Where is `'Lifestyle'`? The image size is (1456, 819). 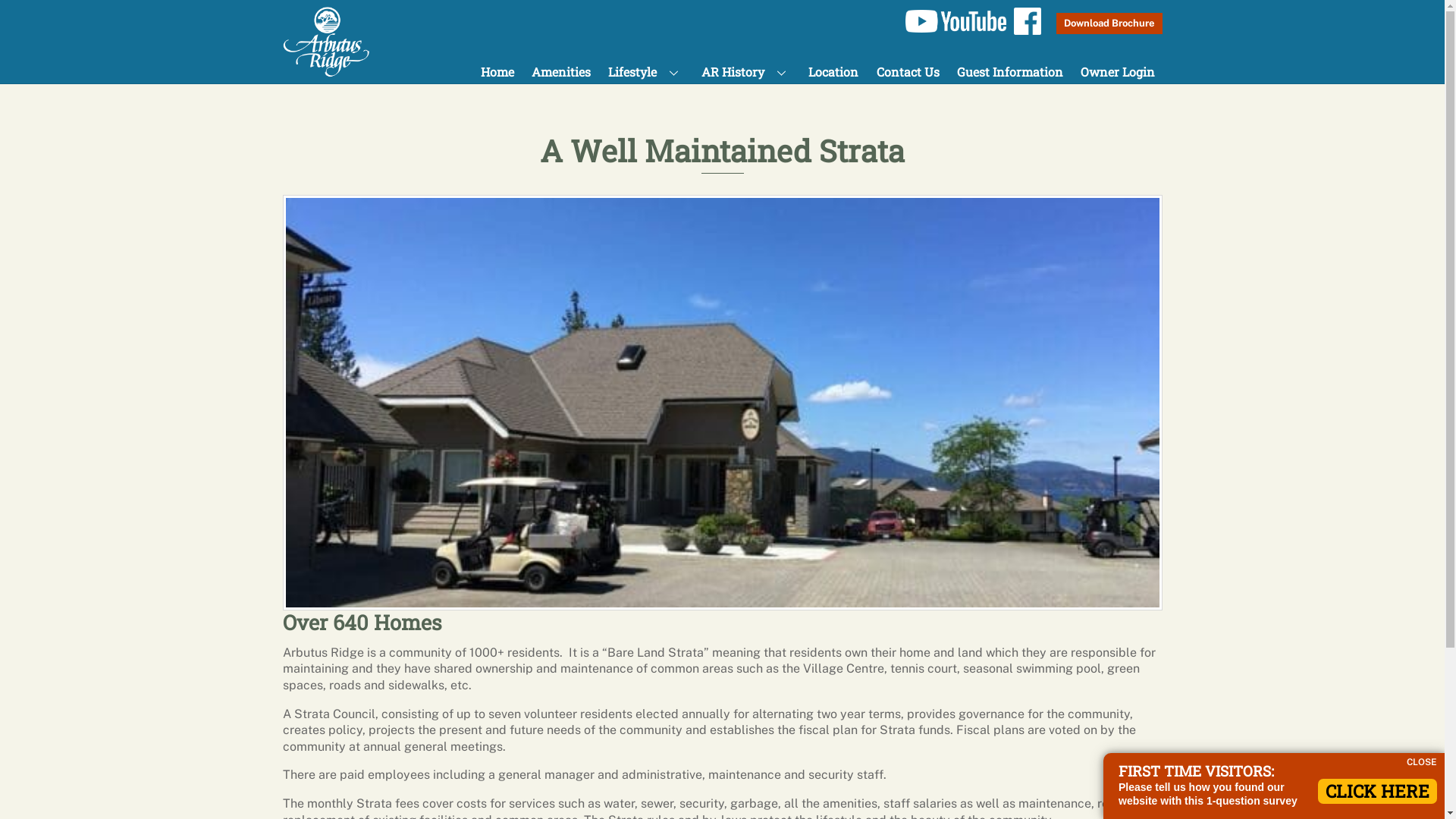 'Lifestyle' is located at coordinates (600, 71).